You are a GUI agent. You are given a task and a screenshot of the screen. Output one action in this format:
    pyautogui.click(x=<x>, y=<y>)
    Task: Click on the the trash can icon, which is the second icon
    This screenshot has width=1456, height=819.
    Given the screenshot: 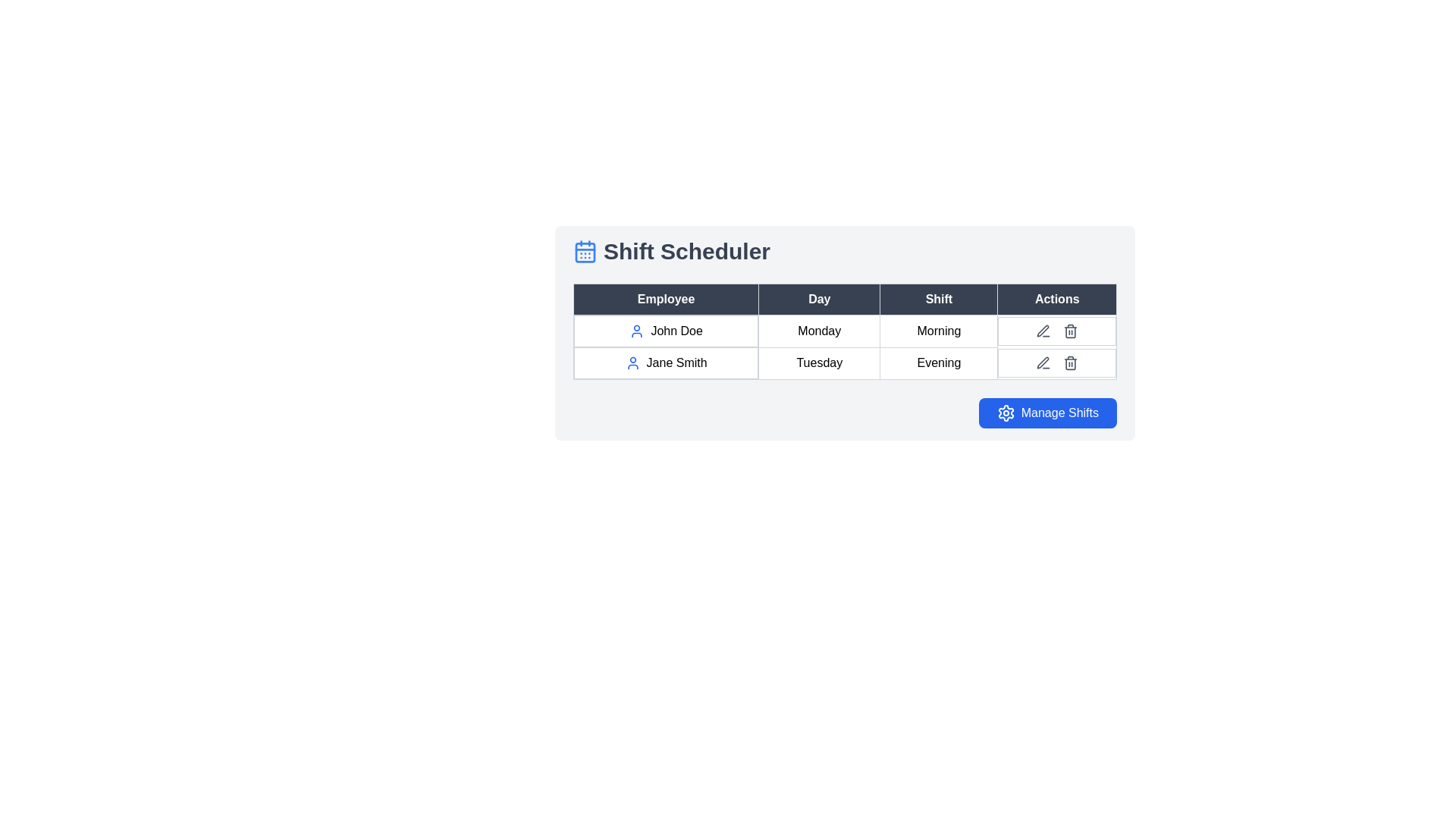 What is the action you would take?
    pyautogui.click(x=1070, y=330)
    